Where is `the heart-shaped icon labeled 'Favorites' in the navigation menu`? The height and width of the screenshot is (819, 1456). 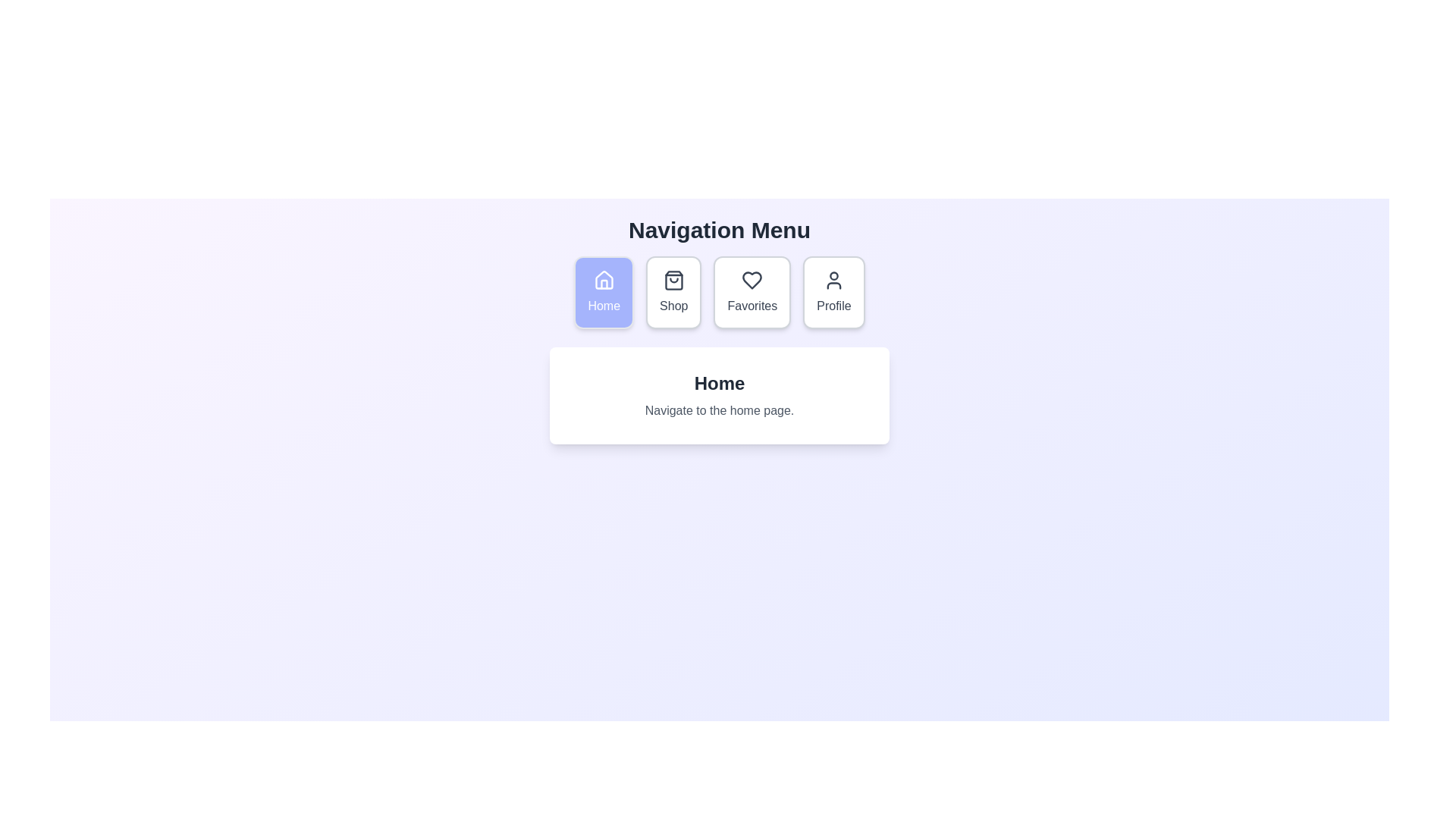 the heart-shaped icon labeled 'Favorites' in the navigation menu is located at coordinates (752, 281).